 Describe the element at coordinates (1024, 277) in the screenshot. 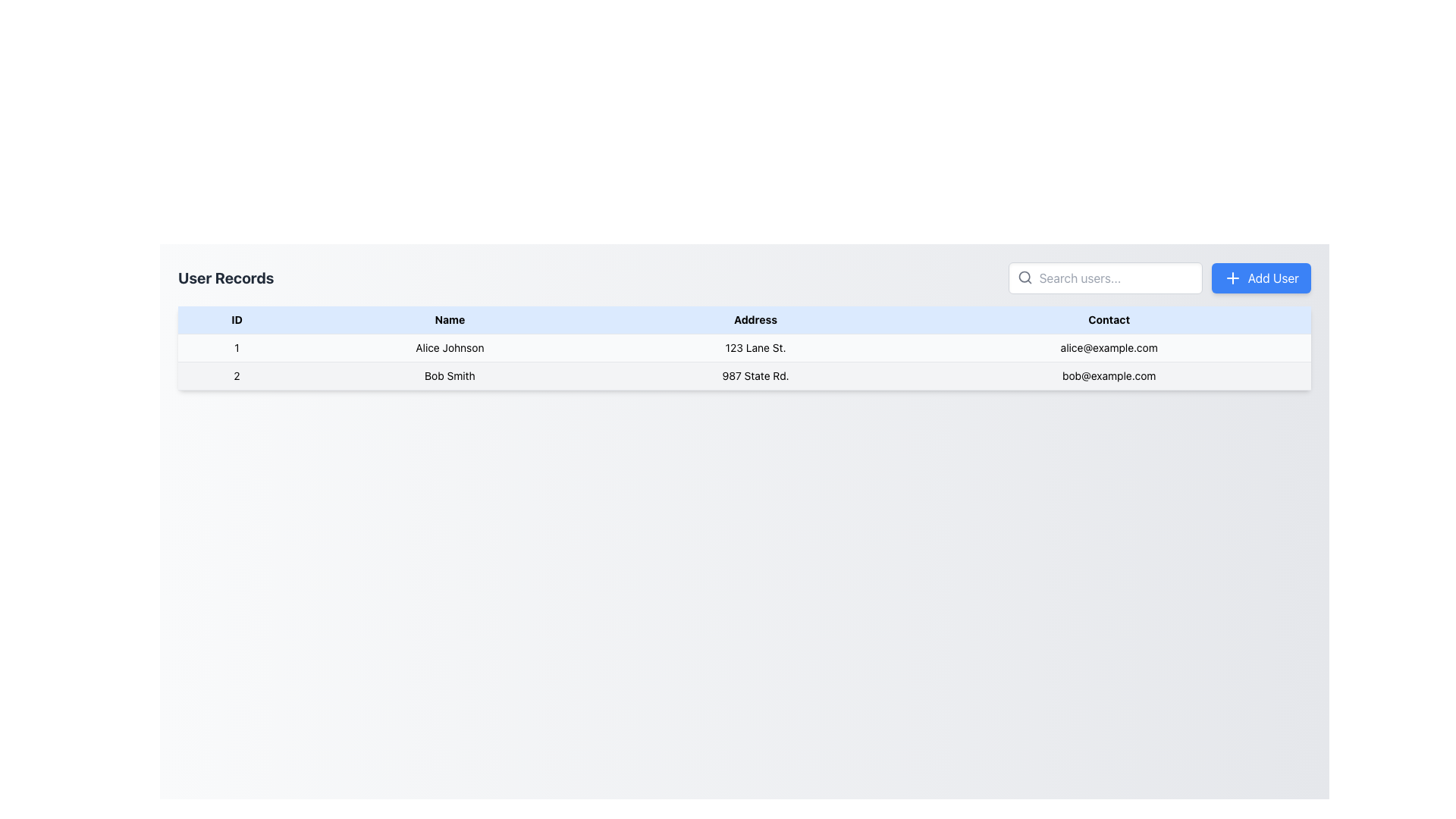

I see `the circular SVG graphic component of the search icon located in the top-right section of the interface, to the left of the search input box` at that location.